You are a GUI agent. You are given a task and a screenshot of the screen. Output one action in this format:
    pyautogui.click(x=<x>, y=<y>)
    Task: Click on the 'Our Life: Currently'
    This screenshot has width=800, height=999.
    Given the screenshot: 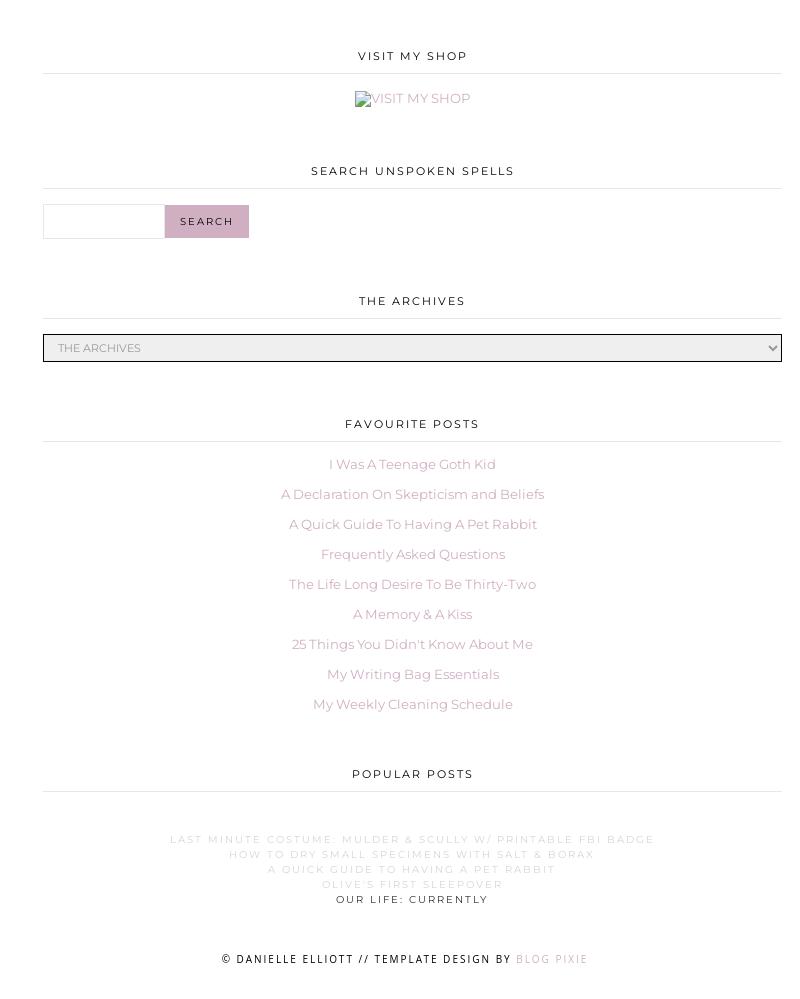 What is the action you would take?
    pyautogui.click(x=412, y=899)
    